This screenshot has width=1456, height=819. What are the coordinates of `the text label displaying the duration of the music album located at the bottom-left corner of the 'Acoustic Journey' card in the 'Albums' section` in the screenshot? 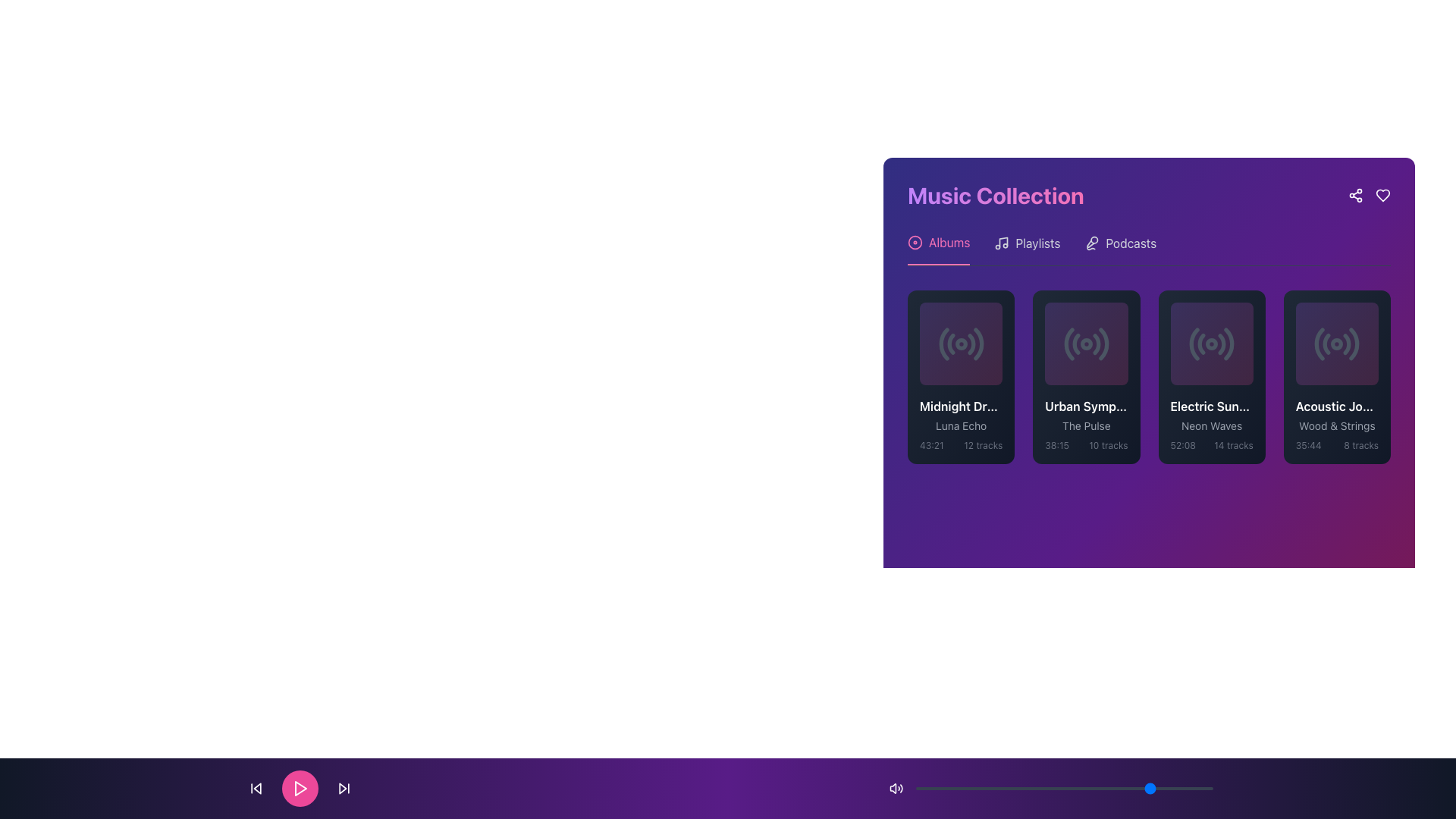 It's located at (1307, 445).